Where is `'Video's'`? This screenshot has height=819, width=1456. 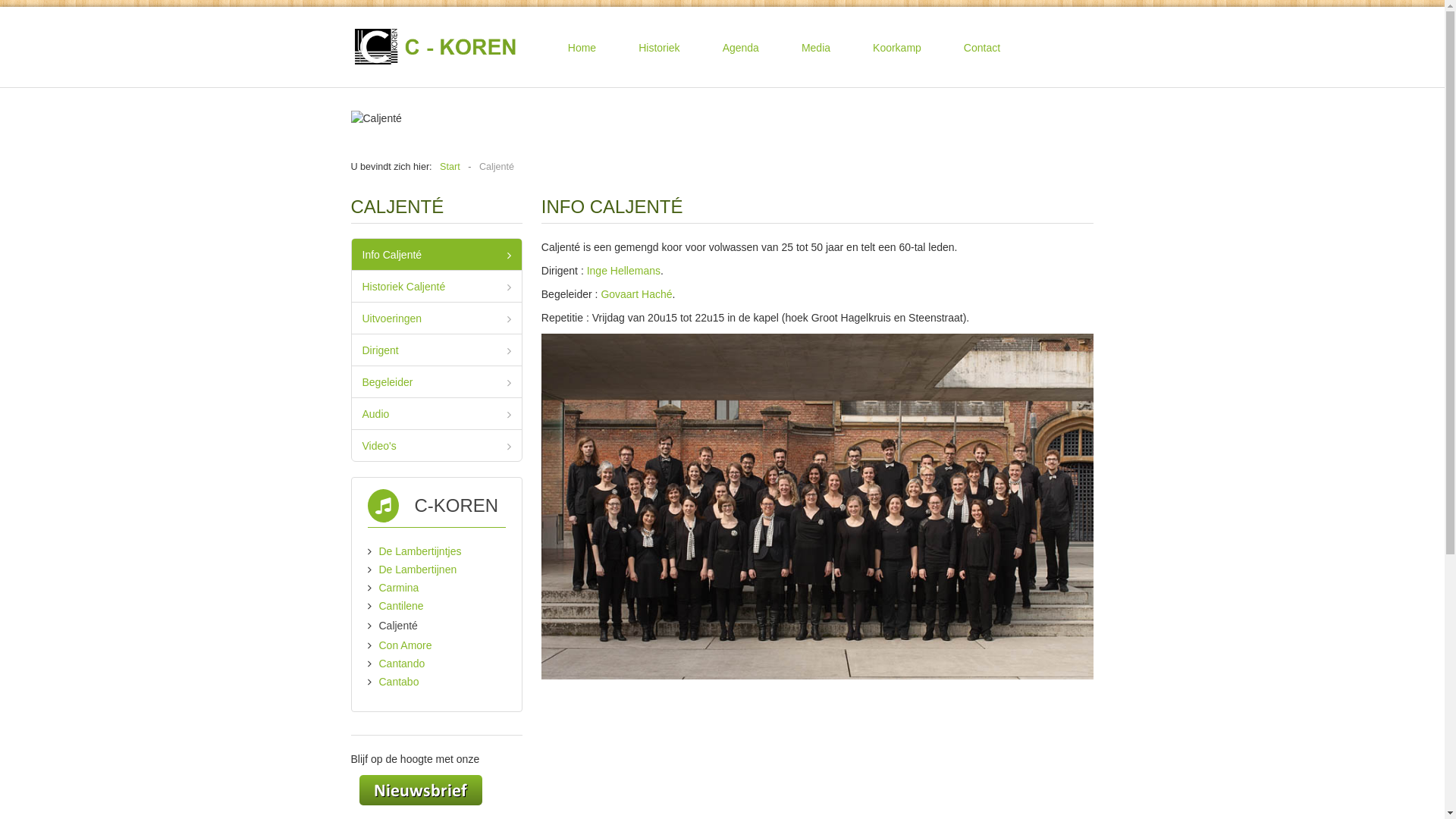 'Video's' is located at coordinates (351, 444).